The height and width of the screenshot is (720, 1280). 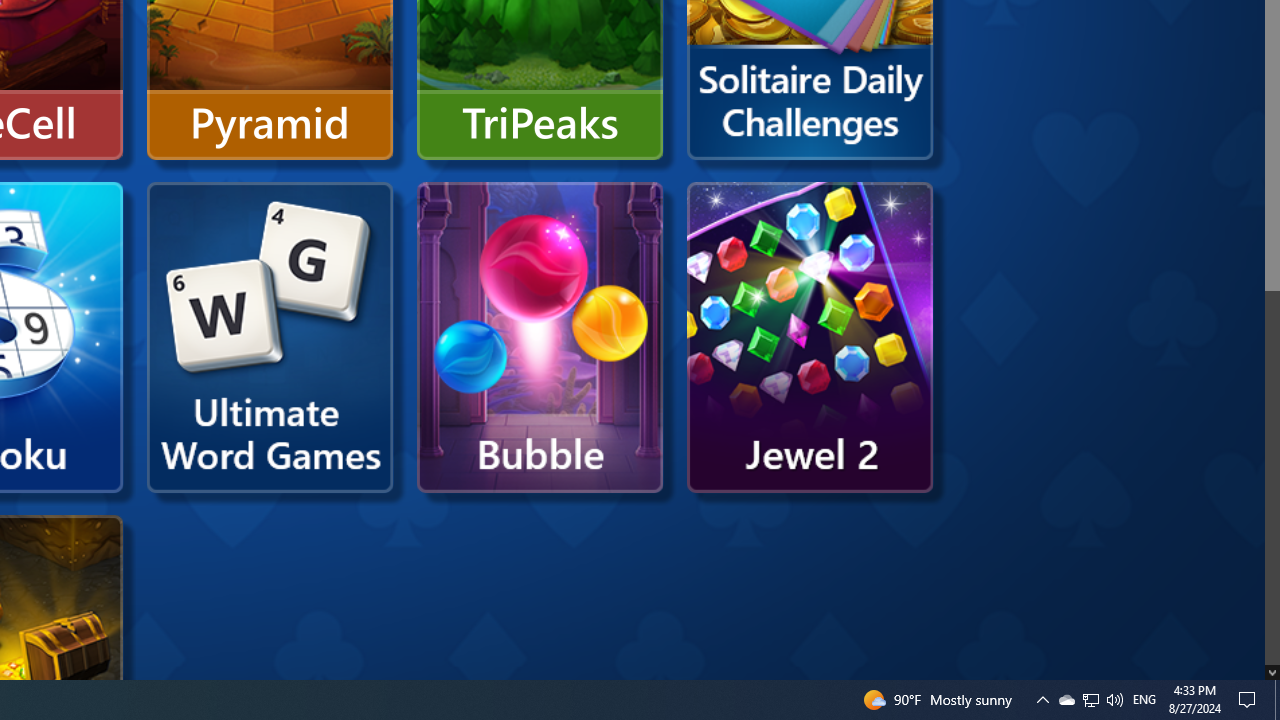 What do you see at coordinates (269, 336) in the screenshot?
I see `'Microsoft UWG'` at bounding box center [269, 336].